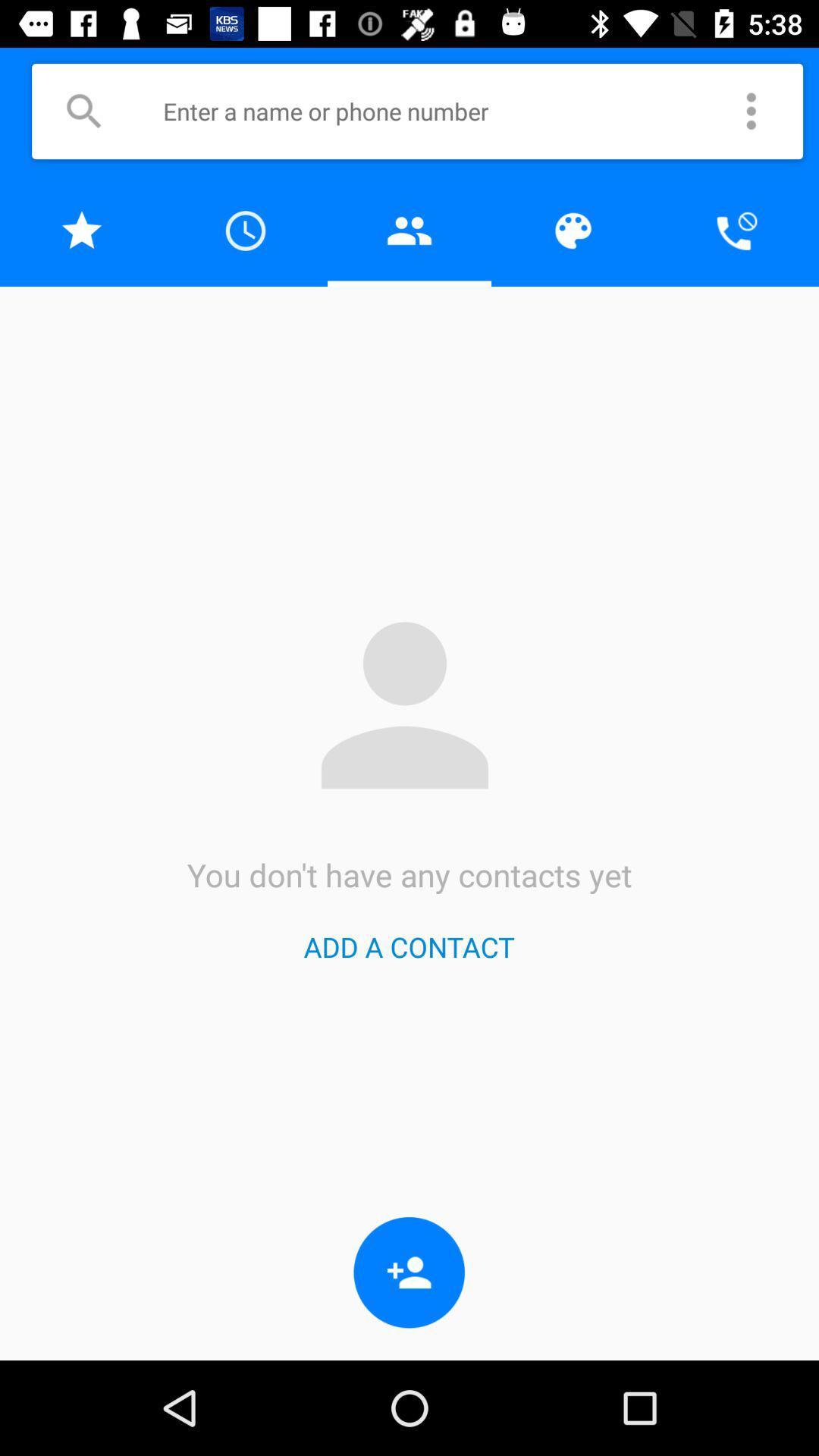 The width and height of the screenshot is (819, 1456). I want to click on app below add a contact app, so click(409, 1272).